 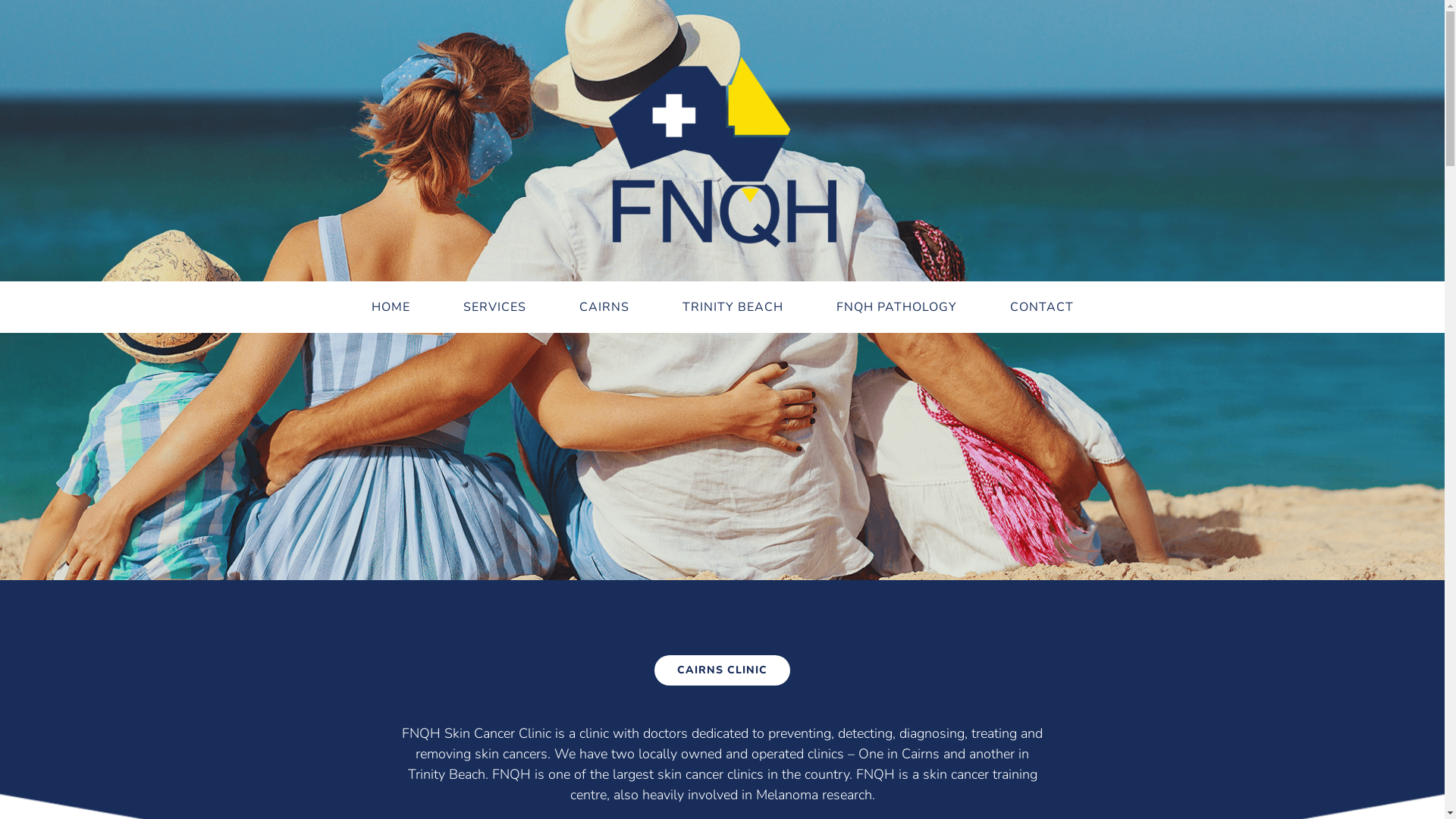 What do you see at coordinates (603, 307) in the screenshot?
I see `'CAIRNS'` at bounding box center [603, 307].